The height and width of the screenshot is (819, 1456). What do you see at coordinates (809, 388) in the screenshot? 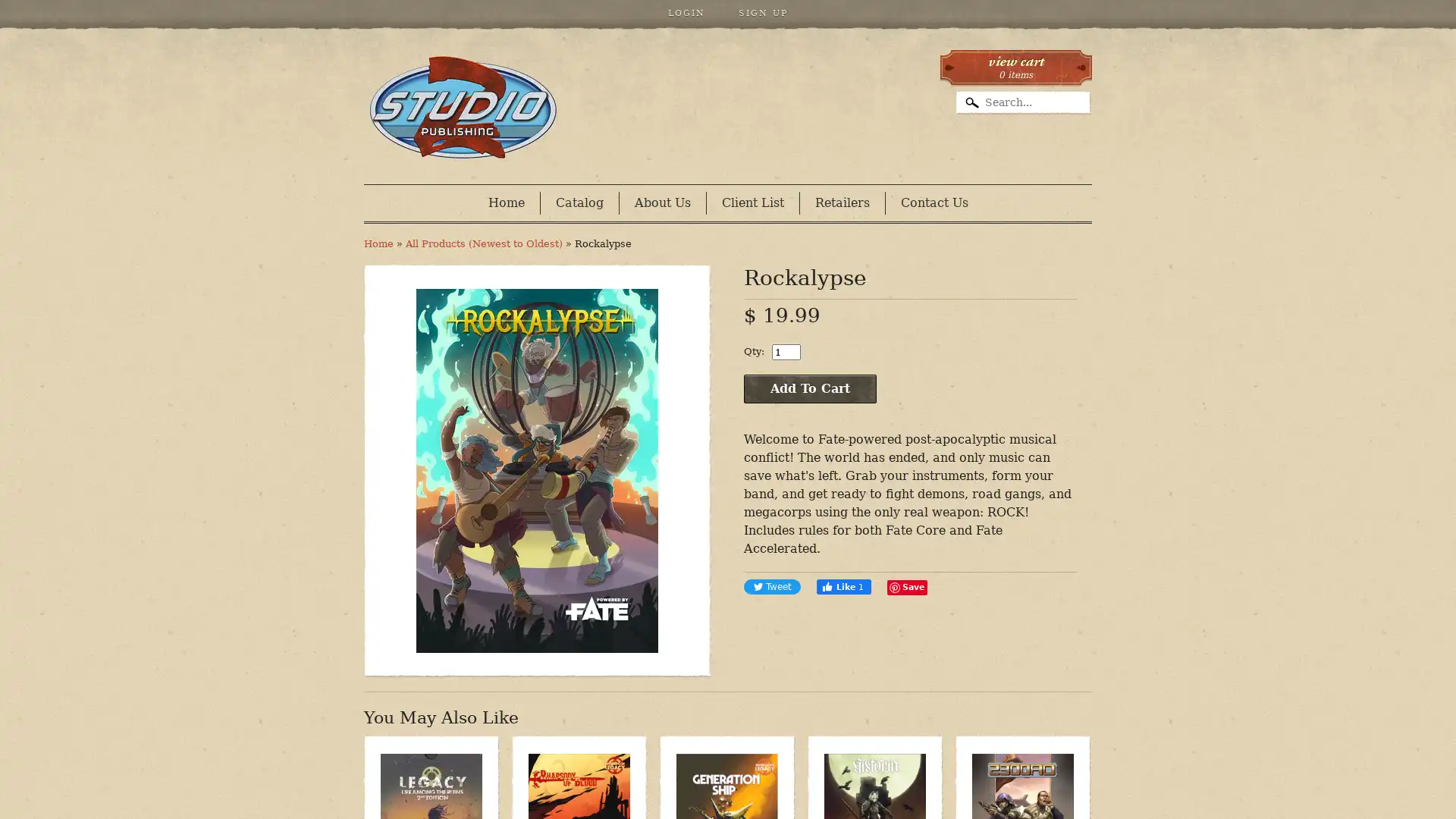
I see `Add To Cart` at bounding box center [809, 388].